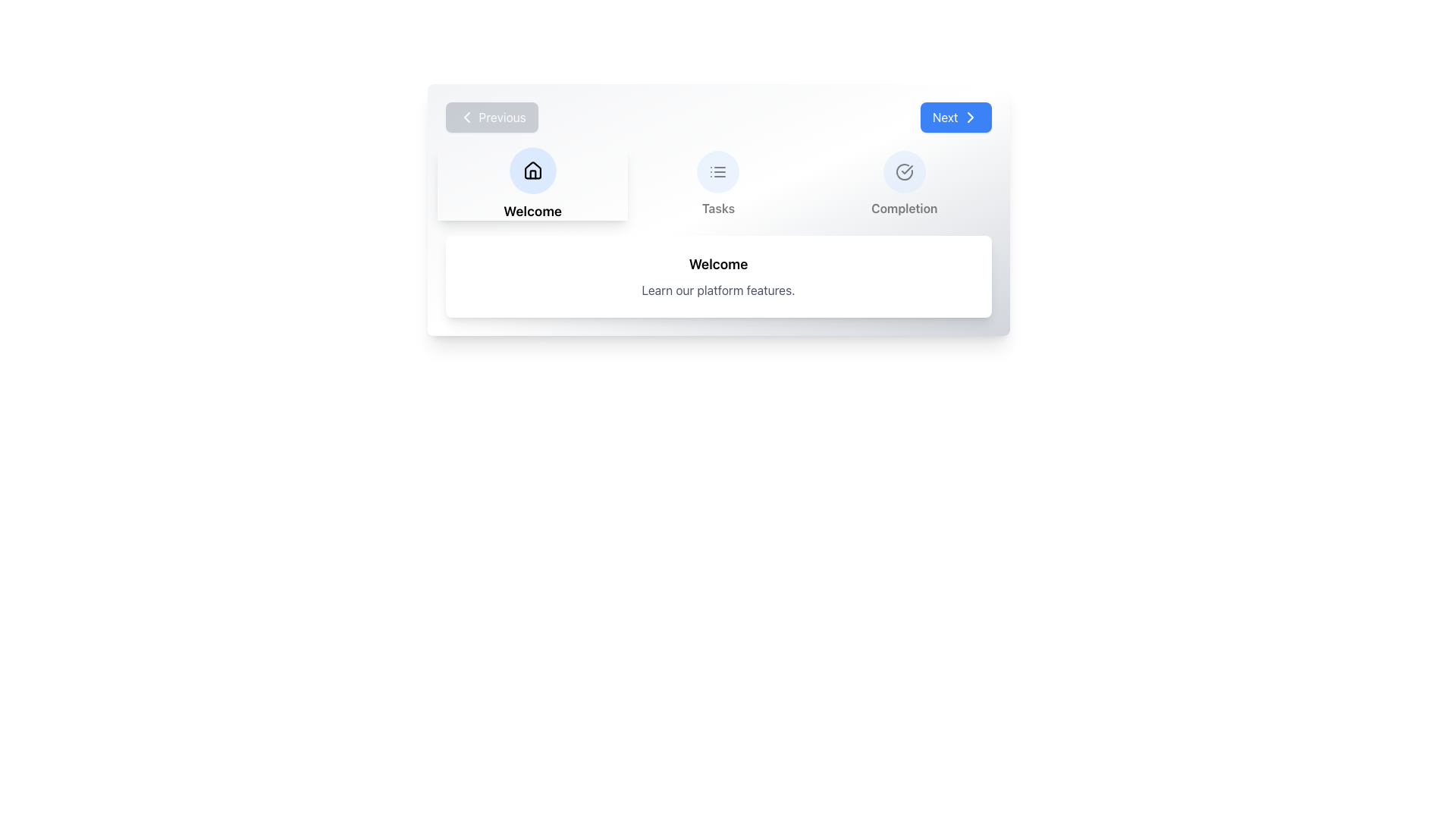 This screenshot has width=1456, height=819. I want to click on the backwards navigation icon labeled 'Previous' located in the top-left section of the interface to go back to the previous item or page, so click(466, 116).